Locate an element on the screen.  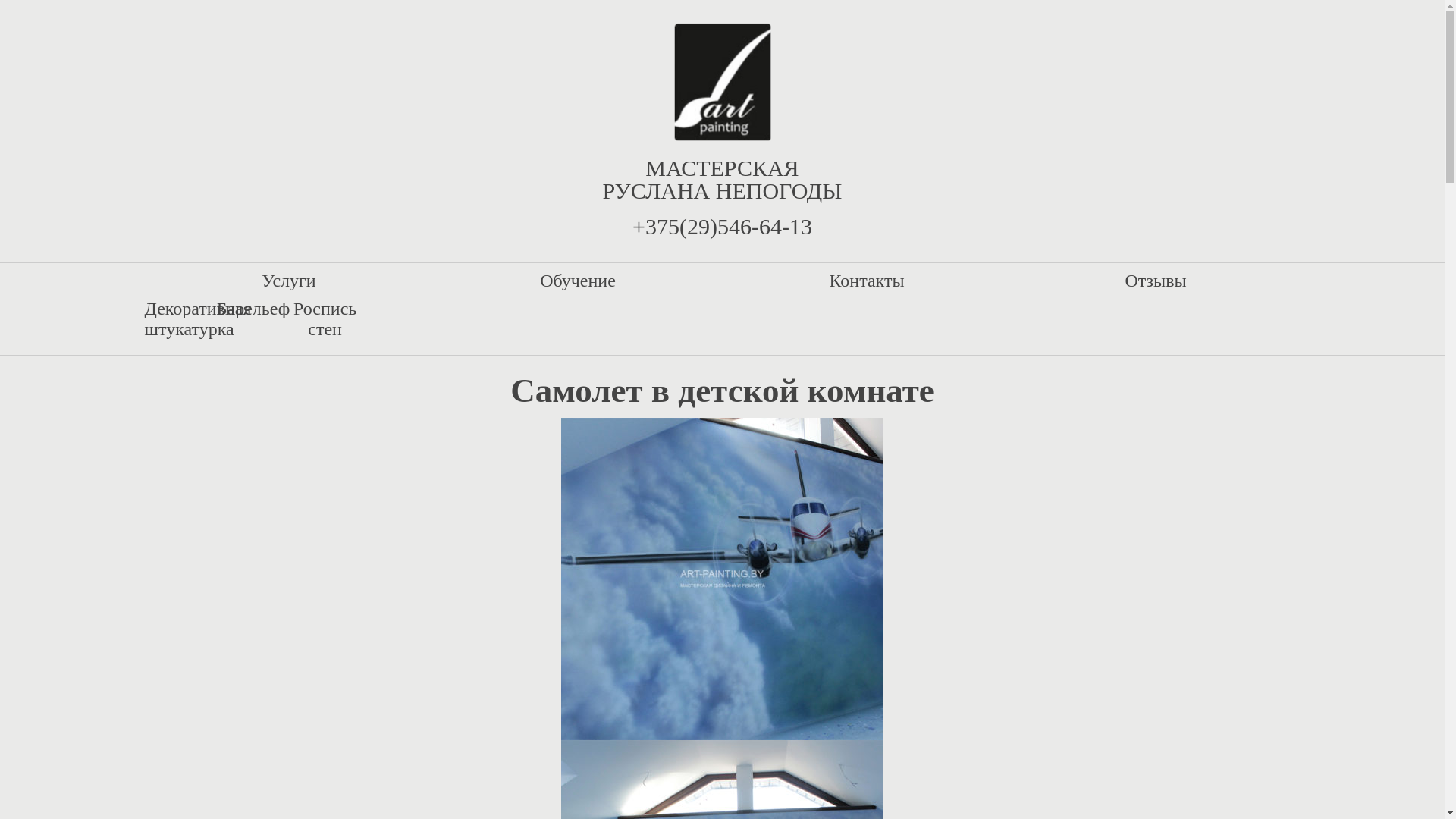
'+375(29)546-64-13' is located at coordinates (632, 226).